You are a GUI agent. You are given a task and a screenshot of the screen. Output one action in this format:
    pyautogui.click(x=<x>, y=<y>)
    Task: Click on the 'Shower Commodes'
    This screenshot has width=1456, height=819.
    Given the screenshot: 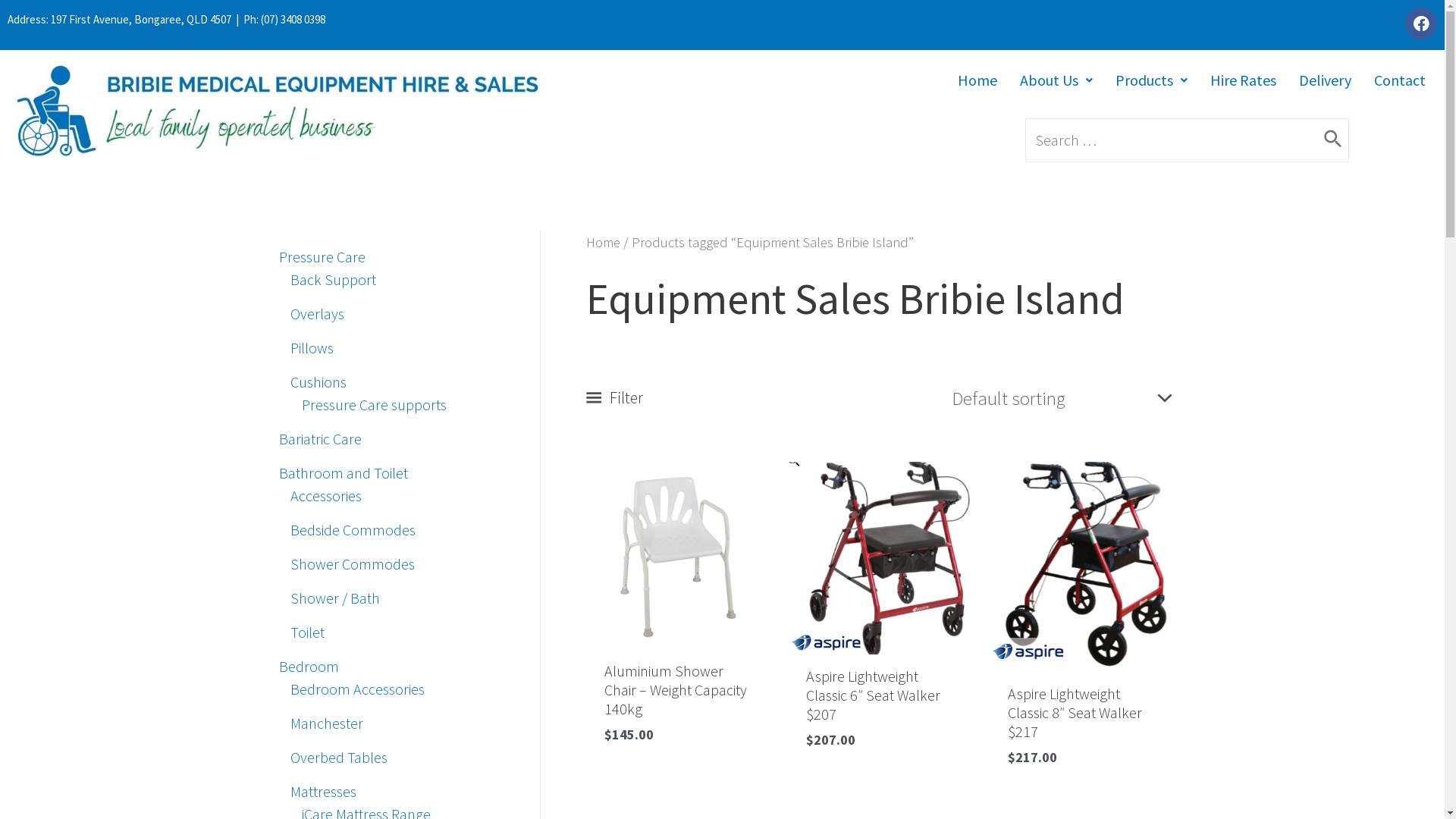 What is the action you would take?
    pyautogui.click(x=290, y=563)
    